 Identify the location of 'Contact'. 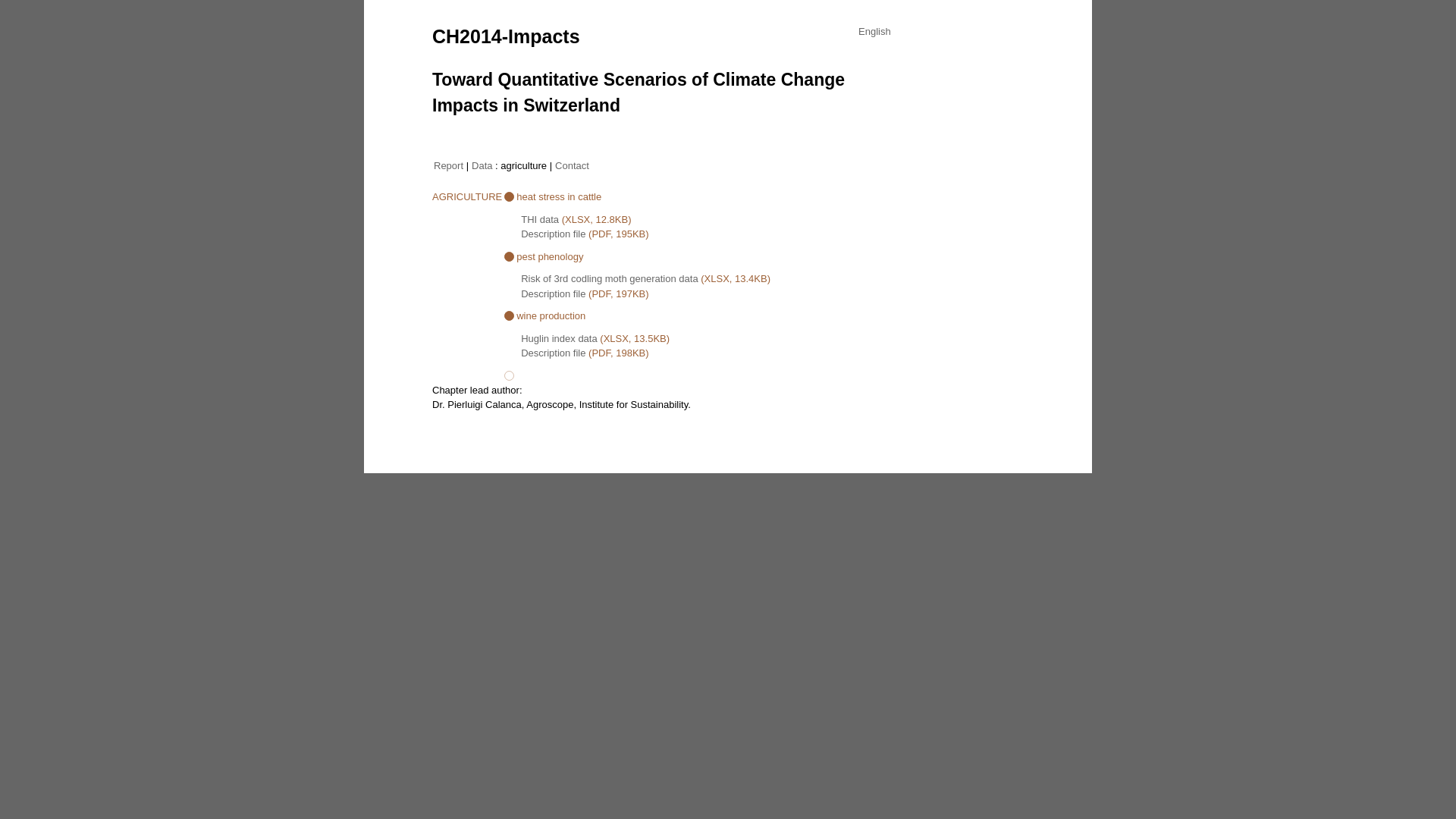
(571, 165).